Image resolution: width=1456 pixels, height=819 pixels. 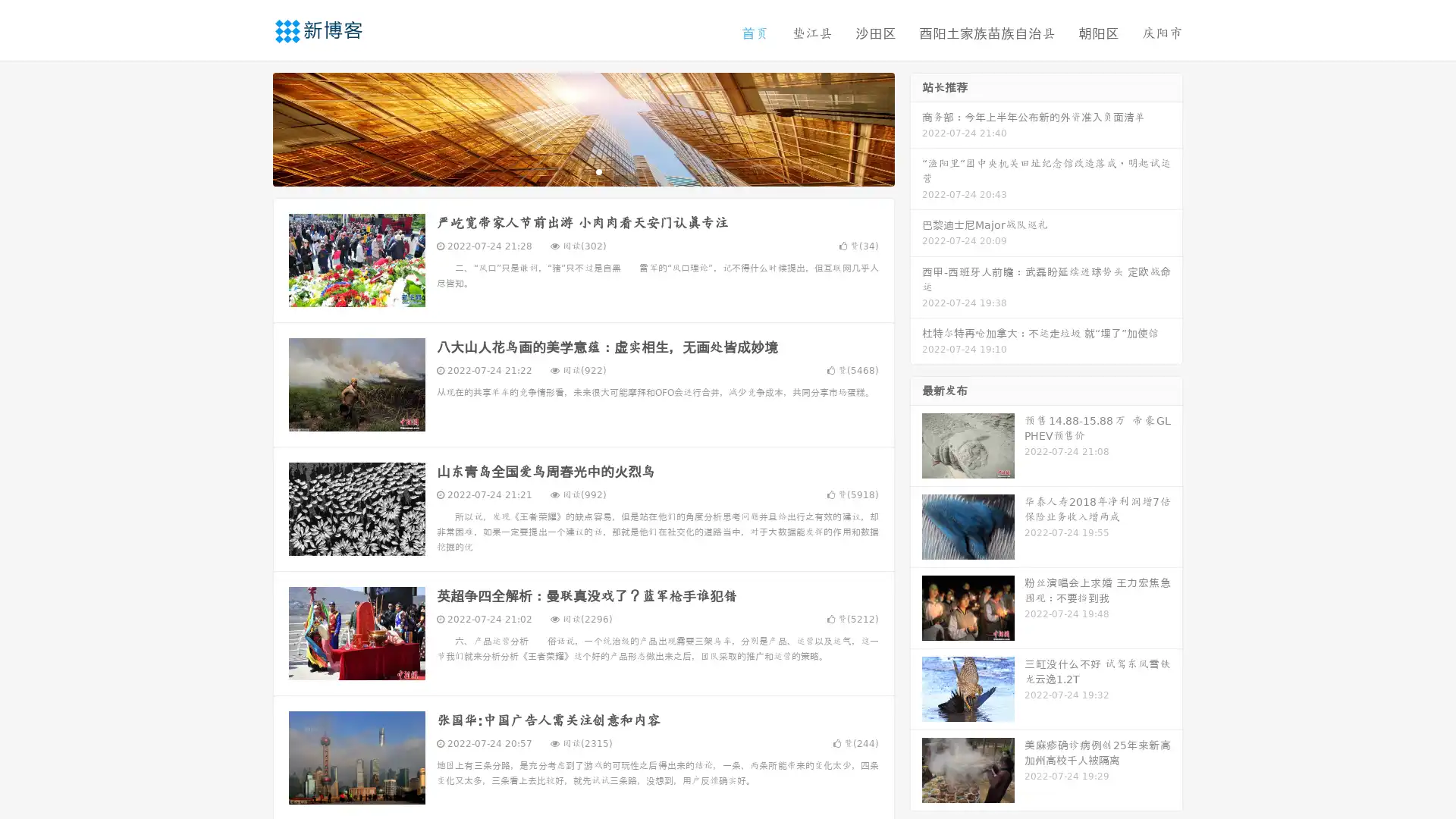 What do you see at coordinates (582, 171) in the screenshot?
I see `Go to slide 2` at bounding box center [582, 171].